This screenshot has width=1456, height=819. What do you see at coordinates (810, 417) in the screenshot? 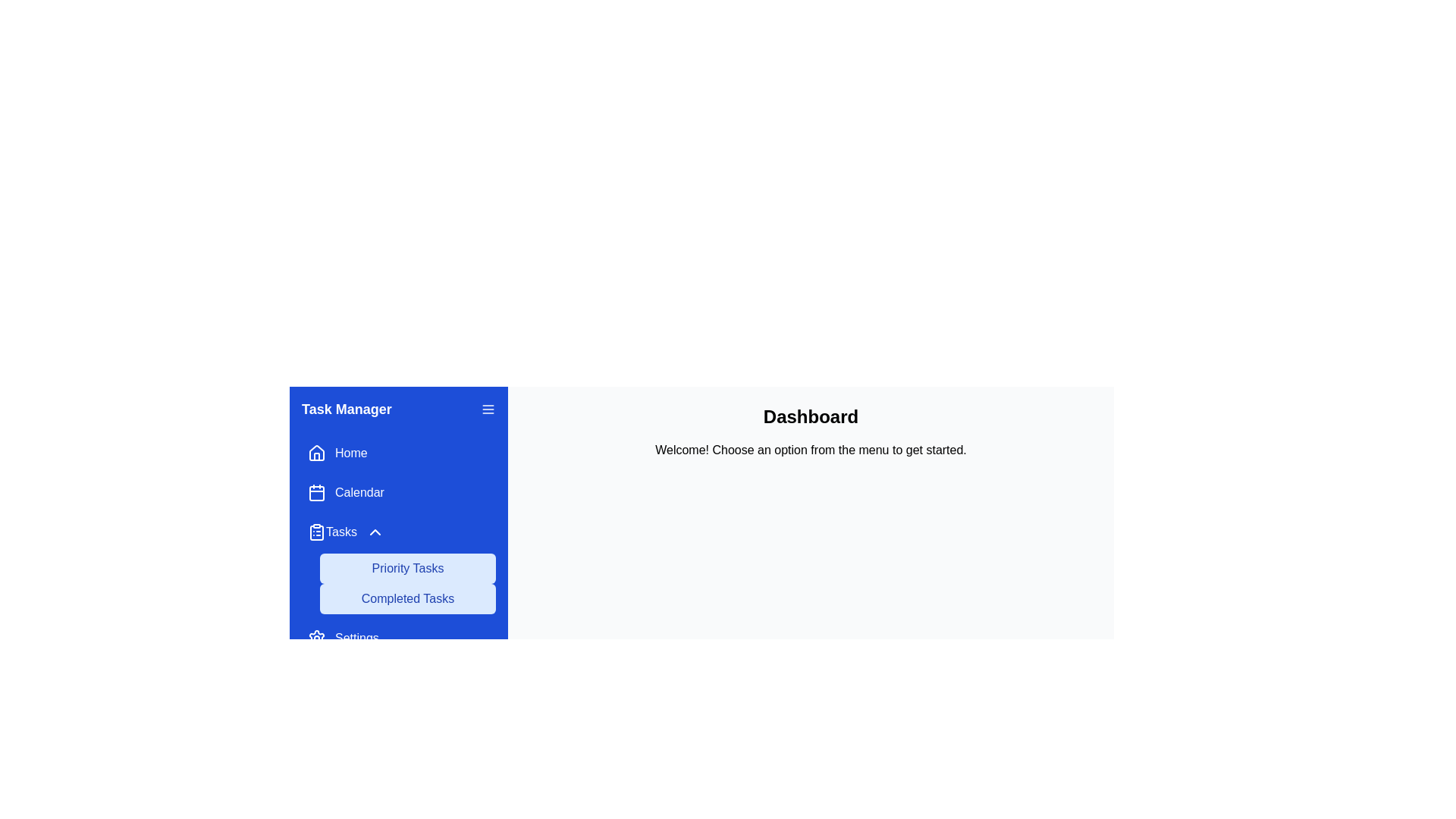
I see `text from the heading element titled 'Dashboard', which indicates the current section of the application located at the top of the main content area` at bounding box center [810, 417].